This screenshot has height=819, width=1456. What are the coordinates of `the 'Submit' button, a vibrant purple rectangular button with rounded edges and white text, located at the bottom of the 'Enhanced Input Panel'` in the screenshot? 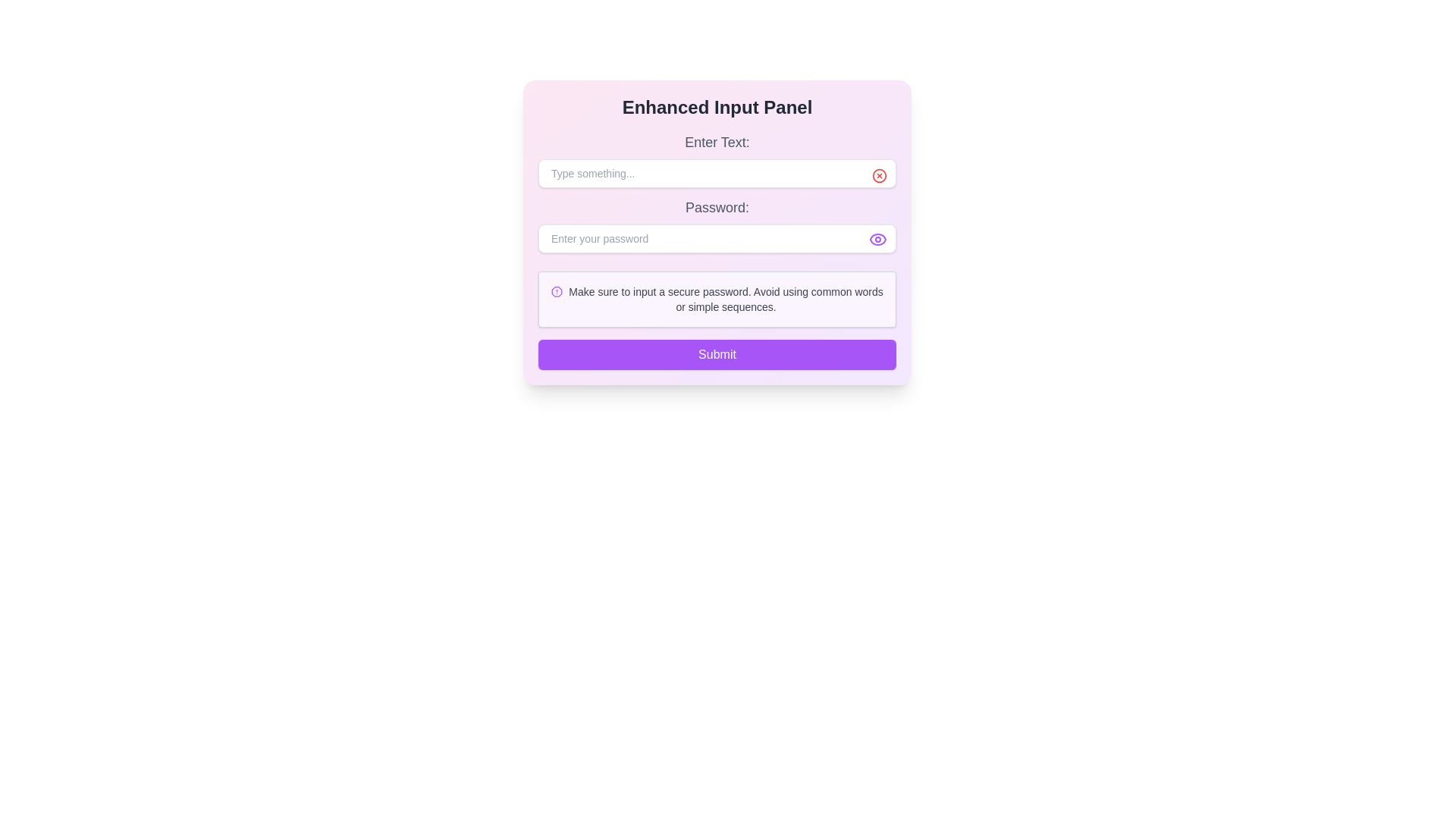 It's located at (716, 354).